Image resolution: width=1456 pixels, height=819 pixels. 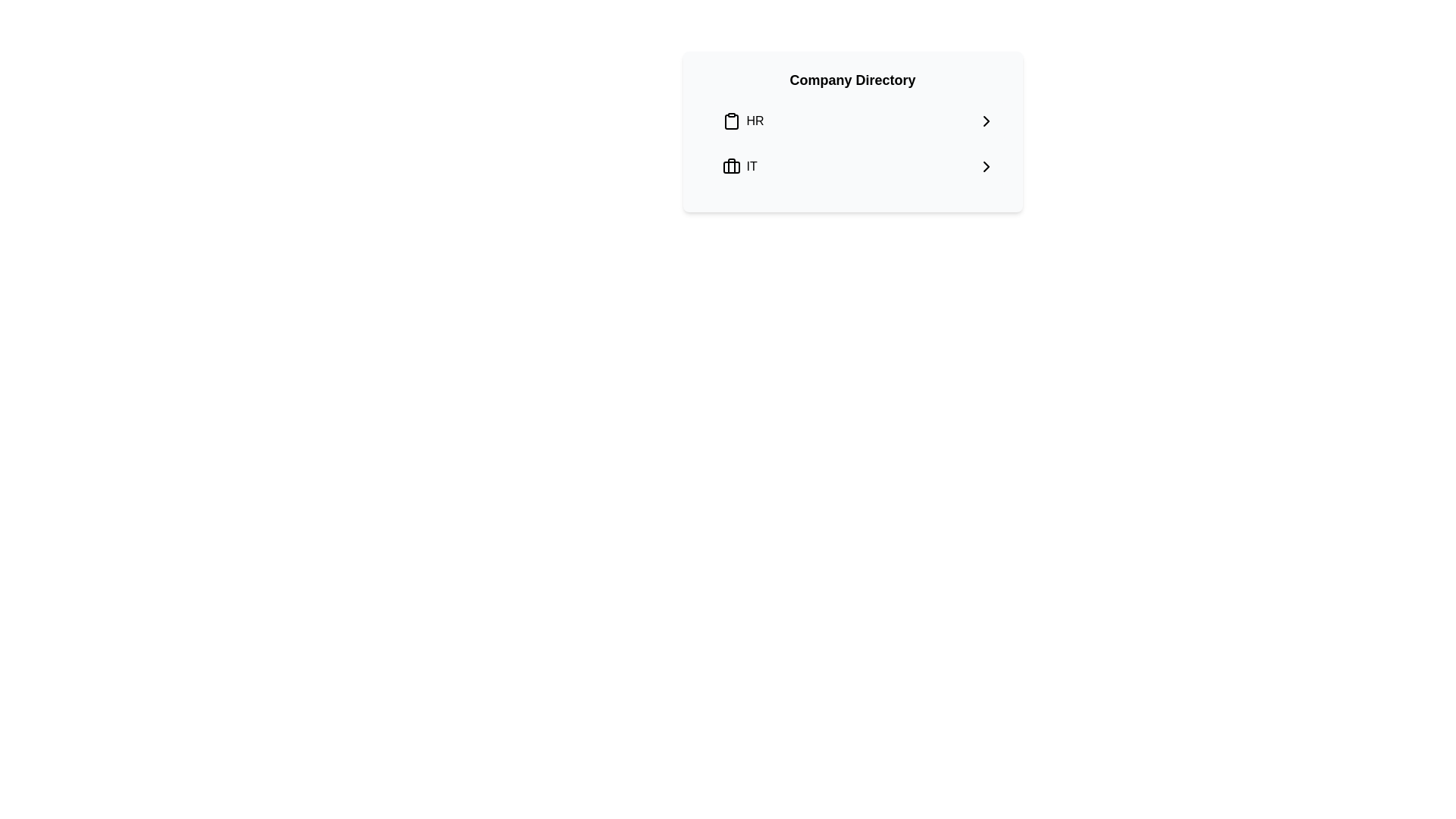 What do you see at coordinates (986, 120) in the screenshot?
I see `the right-pointing arrow icon button located at the far-right side of the card under the 'HR' section` at bounding box center [986, 120].